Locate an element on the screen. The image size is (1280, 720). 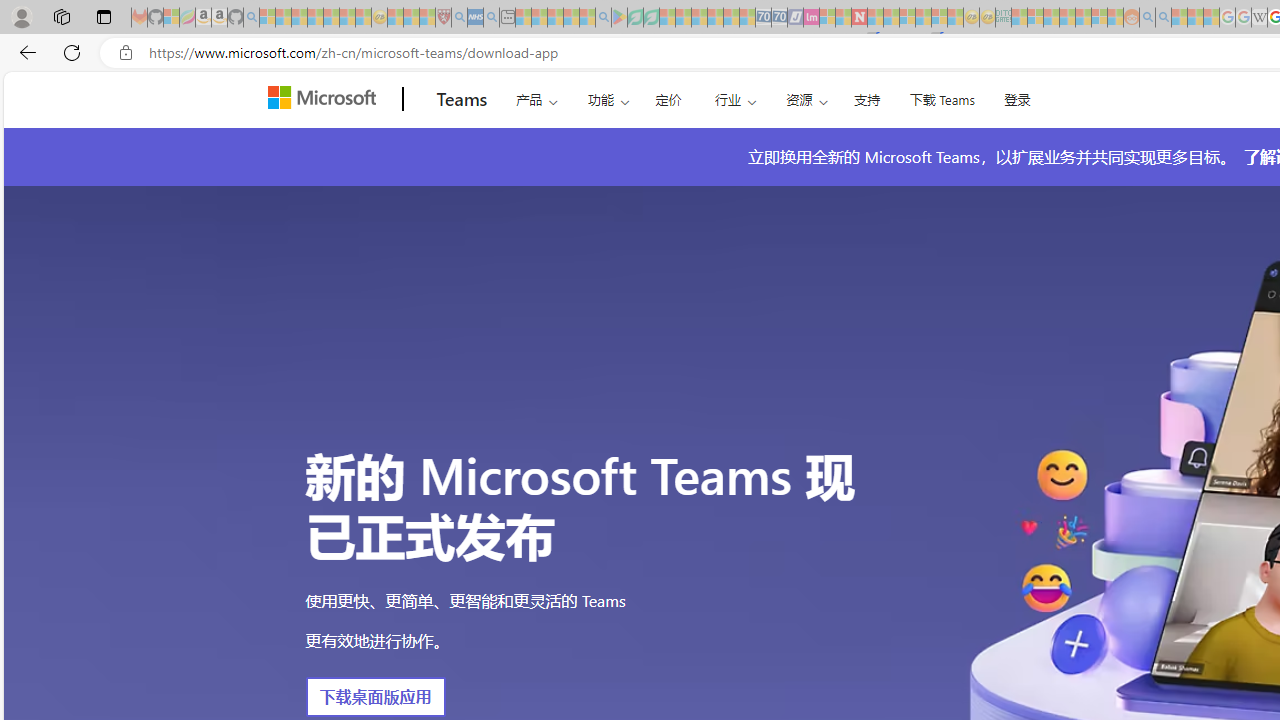
'Kinda Frugal - MSN - Sleeping' is located at coordinates (1082, 17).